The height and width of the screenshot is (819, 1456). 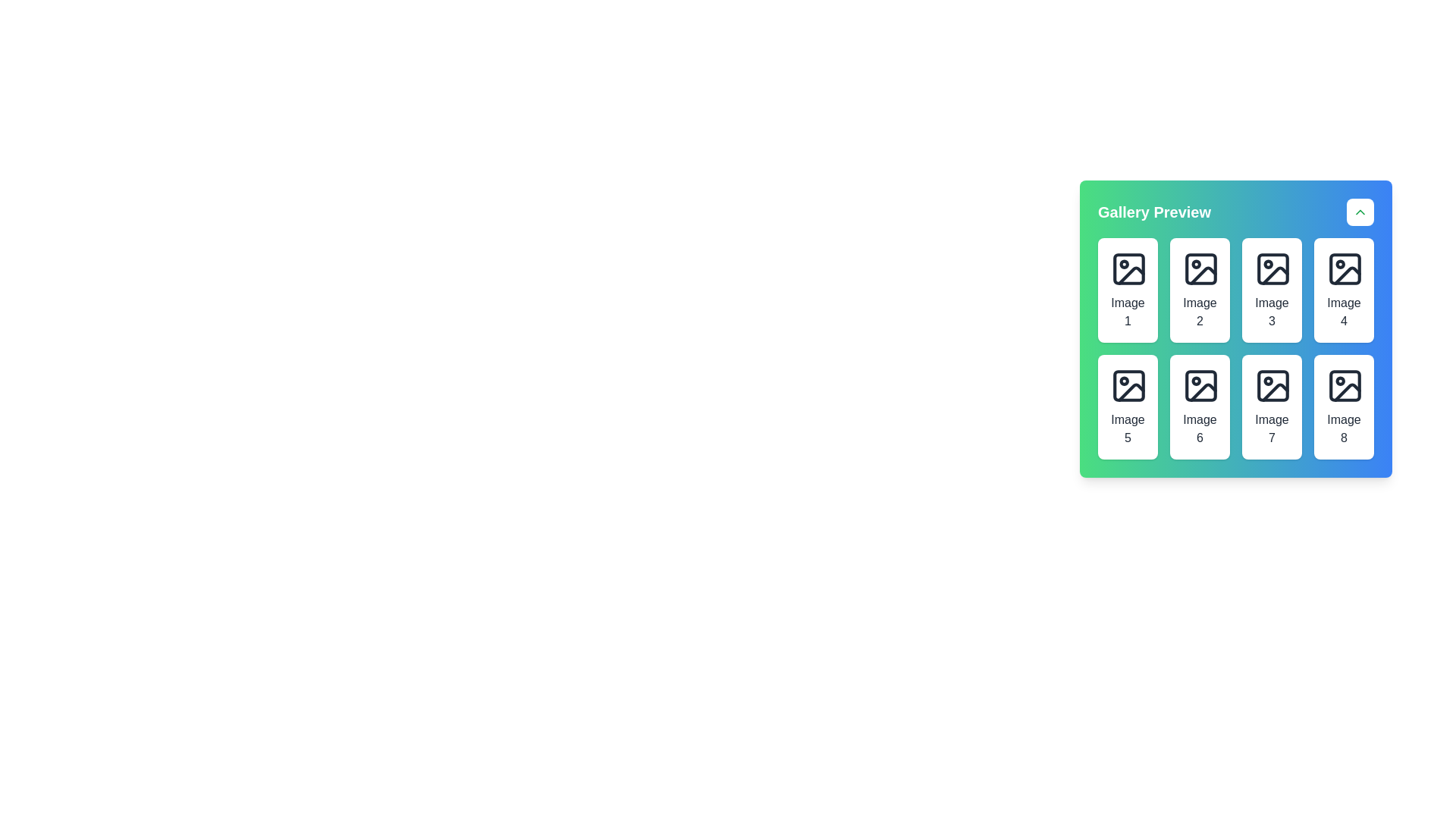 I want to click on the static text label displaying 'Image 4', which is located below an image icon in the fourth cell of a grid layout, so click(x=1344, y=312).